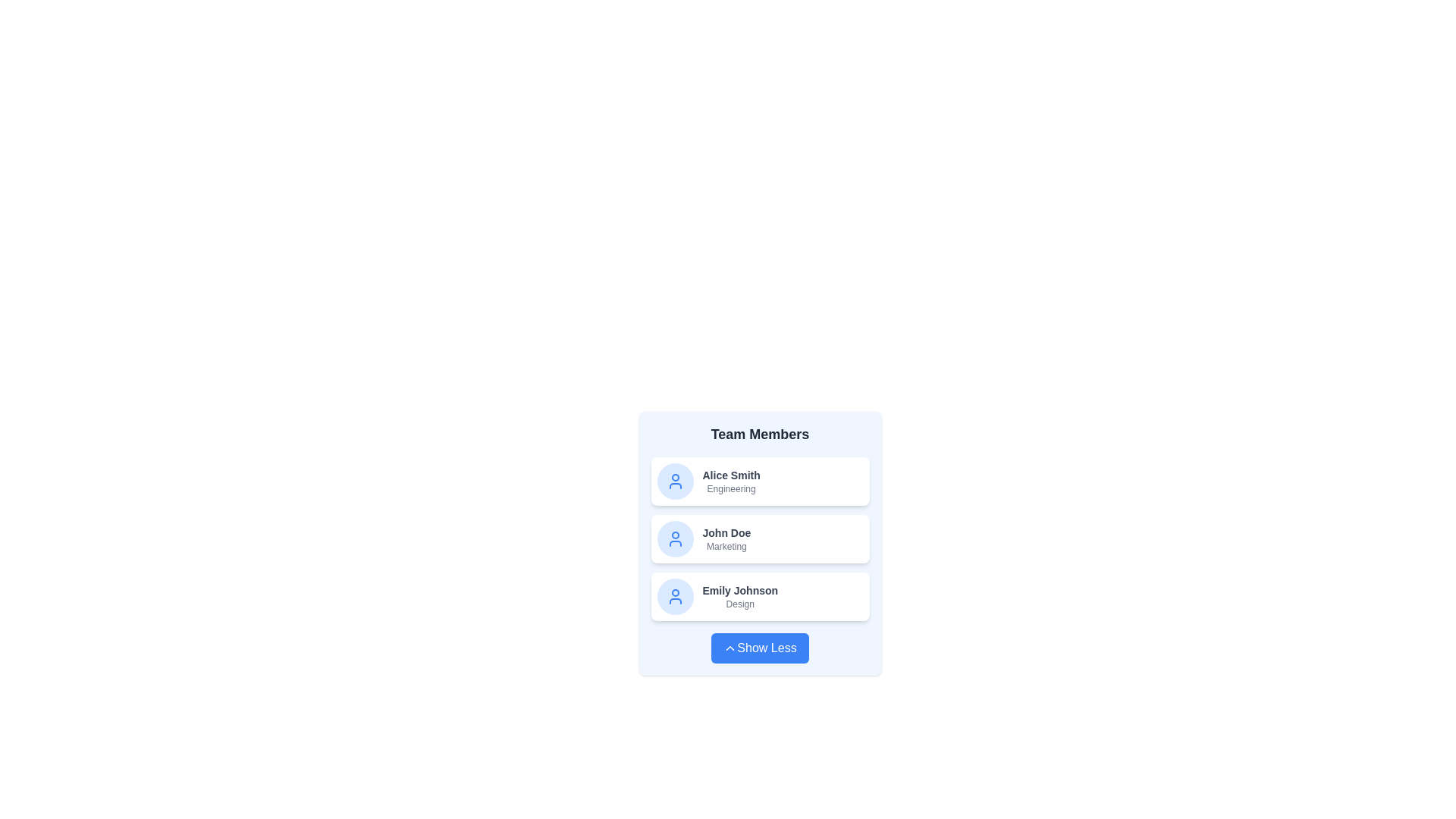  What do you see at coordinates (674, 538) in the screenshot?
I see `the circular light blue icon with a dark blue user profile symbol in the upper-left section of John Doe's Marketing card` at bounding box center [674, 538].